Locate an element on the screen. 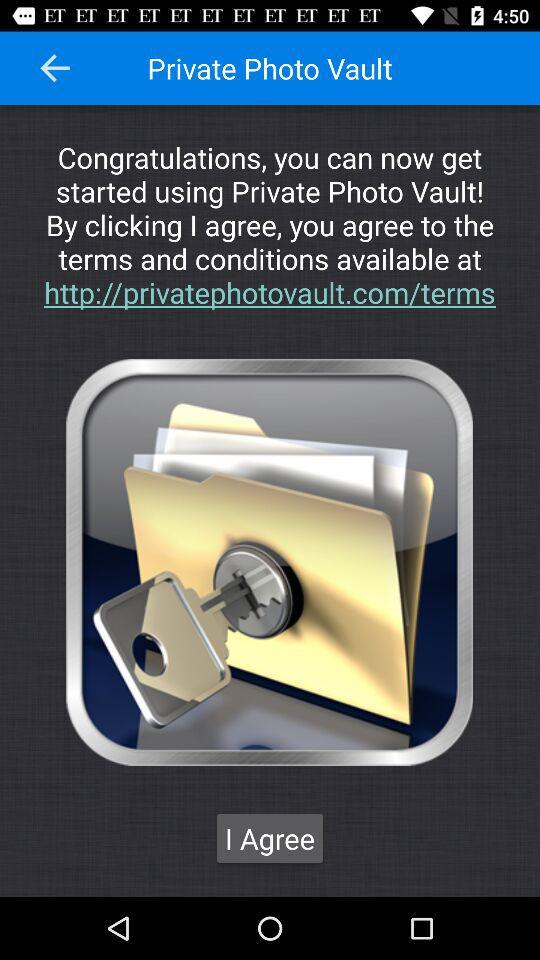 The height and width of the screenshot is (960, 540). the item to the left of private photo vault icon is located at coordinates (55, 68).